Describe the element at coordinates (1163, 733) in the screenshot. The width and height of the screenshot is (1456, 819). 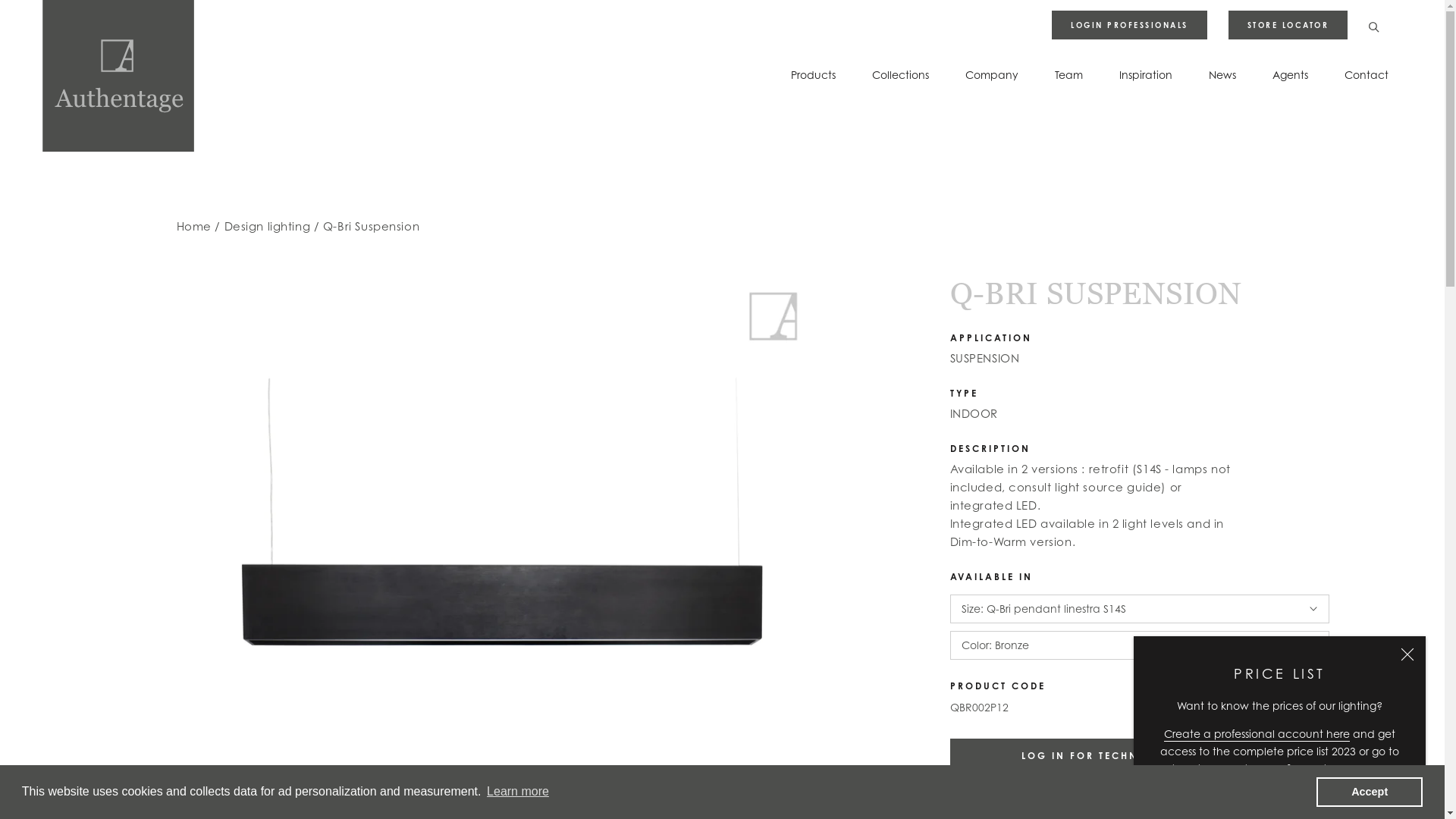
I see `'Create a professional account here'` at that location.